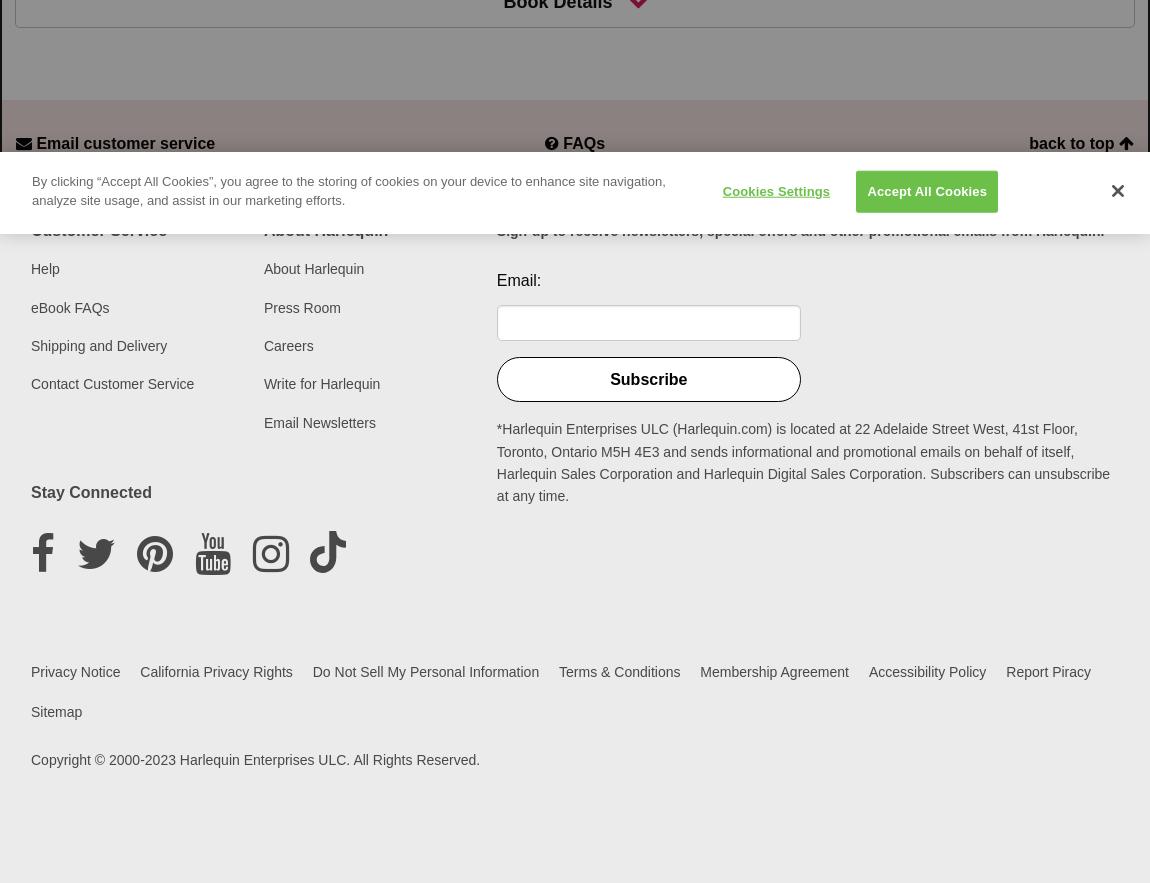  What do you see at coordinates (89, 492) in the screenshot?
I see `'Stay Connected'` at bounding box center [89, 492].